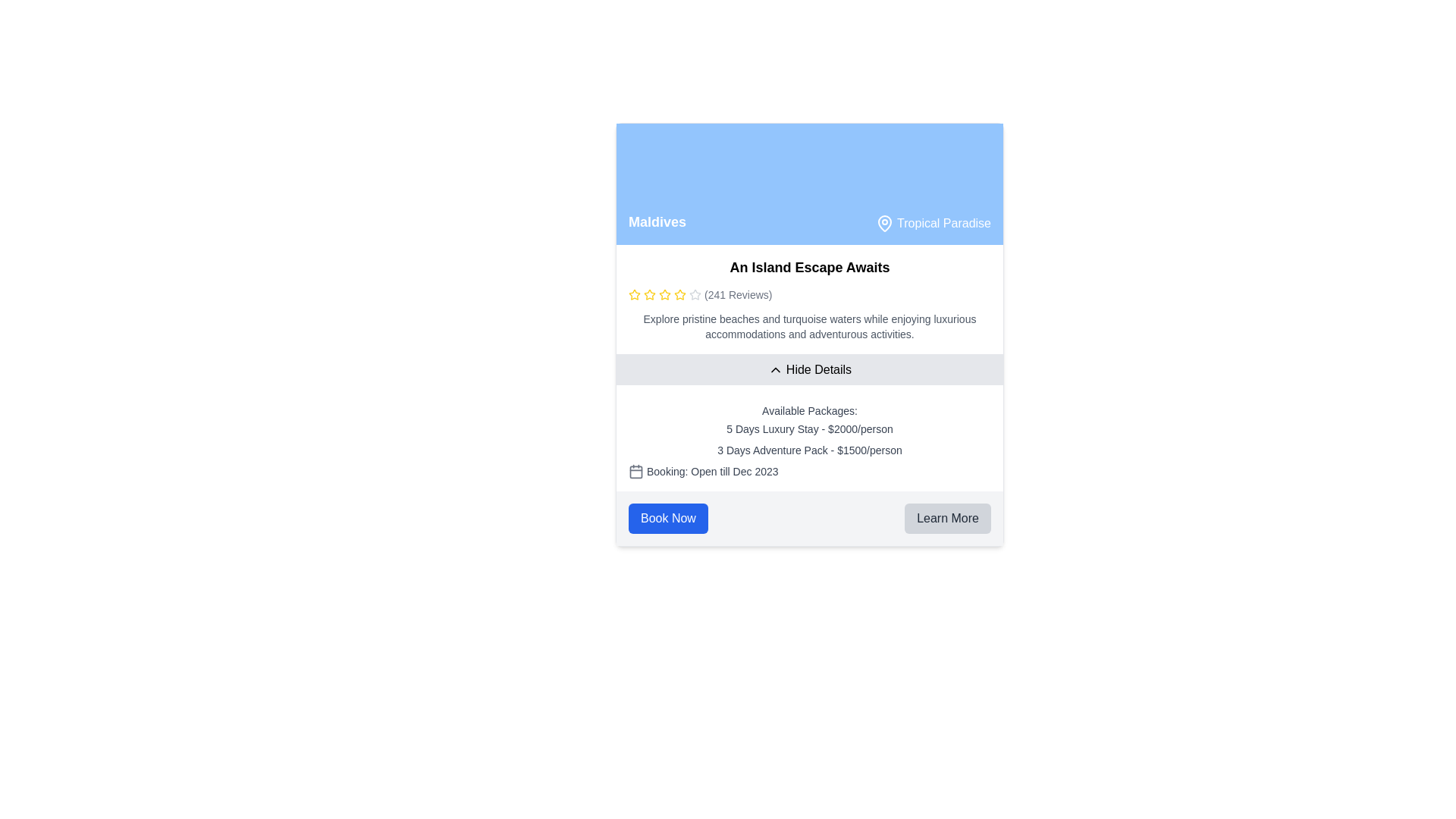 Image resolution: width=1456 pixels, height=819 pixels. What do you see at coordinates (636, 470) in the screenshot?
I see `the rectangular region with rounded corners embedded within the calendar icon, which is located to the left of the text 'Booking: Open till Dec 2023'` at bounding box center [636, 470].